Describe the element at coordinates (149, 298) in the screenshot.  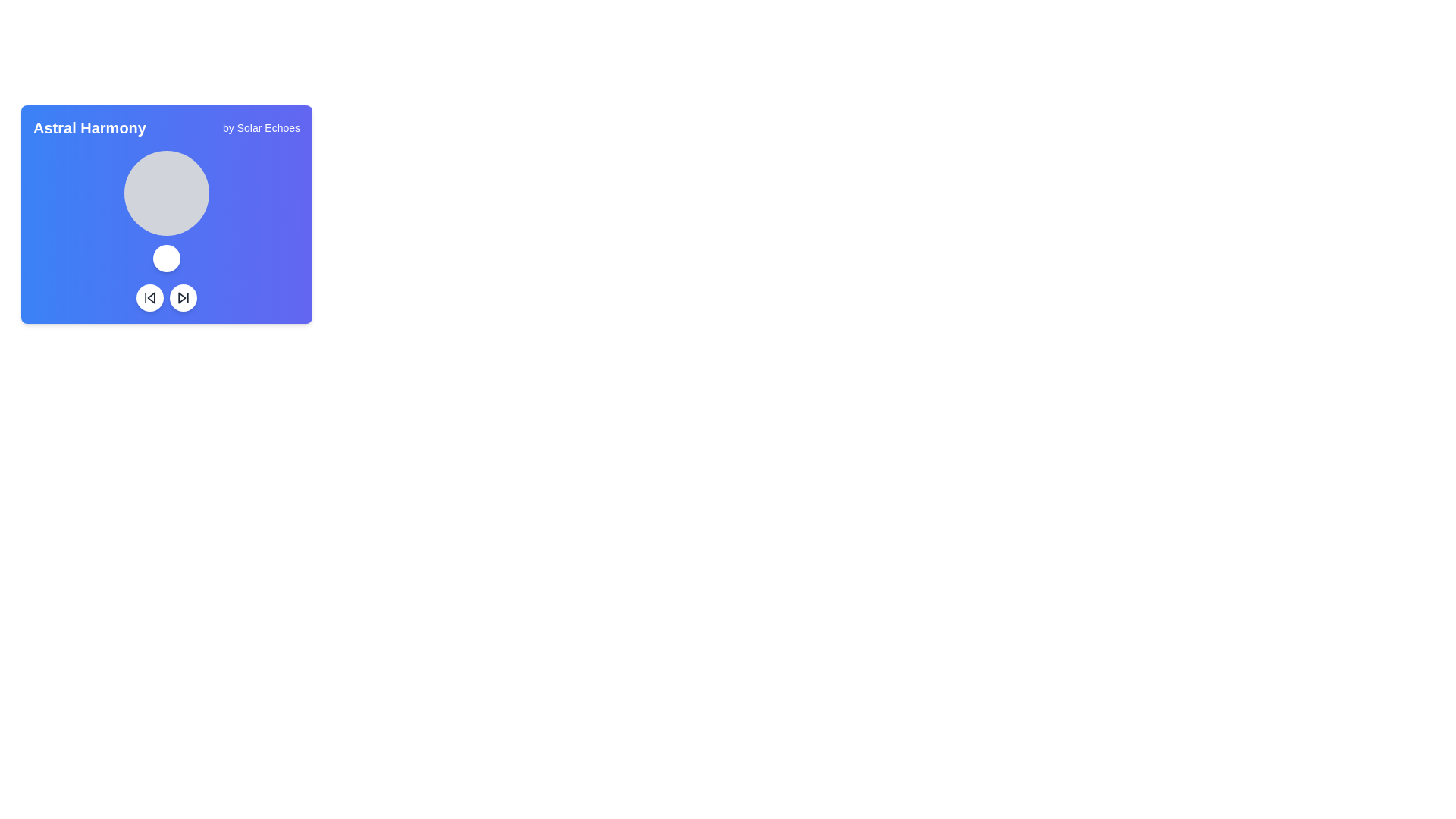
I see `the back arrow icon located within the leftmost button at the bottom of the interface to go to the previous item` at that location.